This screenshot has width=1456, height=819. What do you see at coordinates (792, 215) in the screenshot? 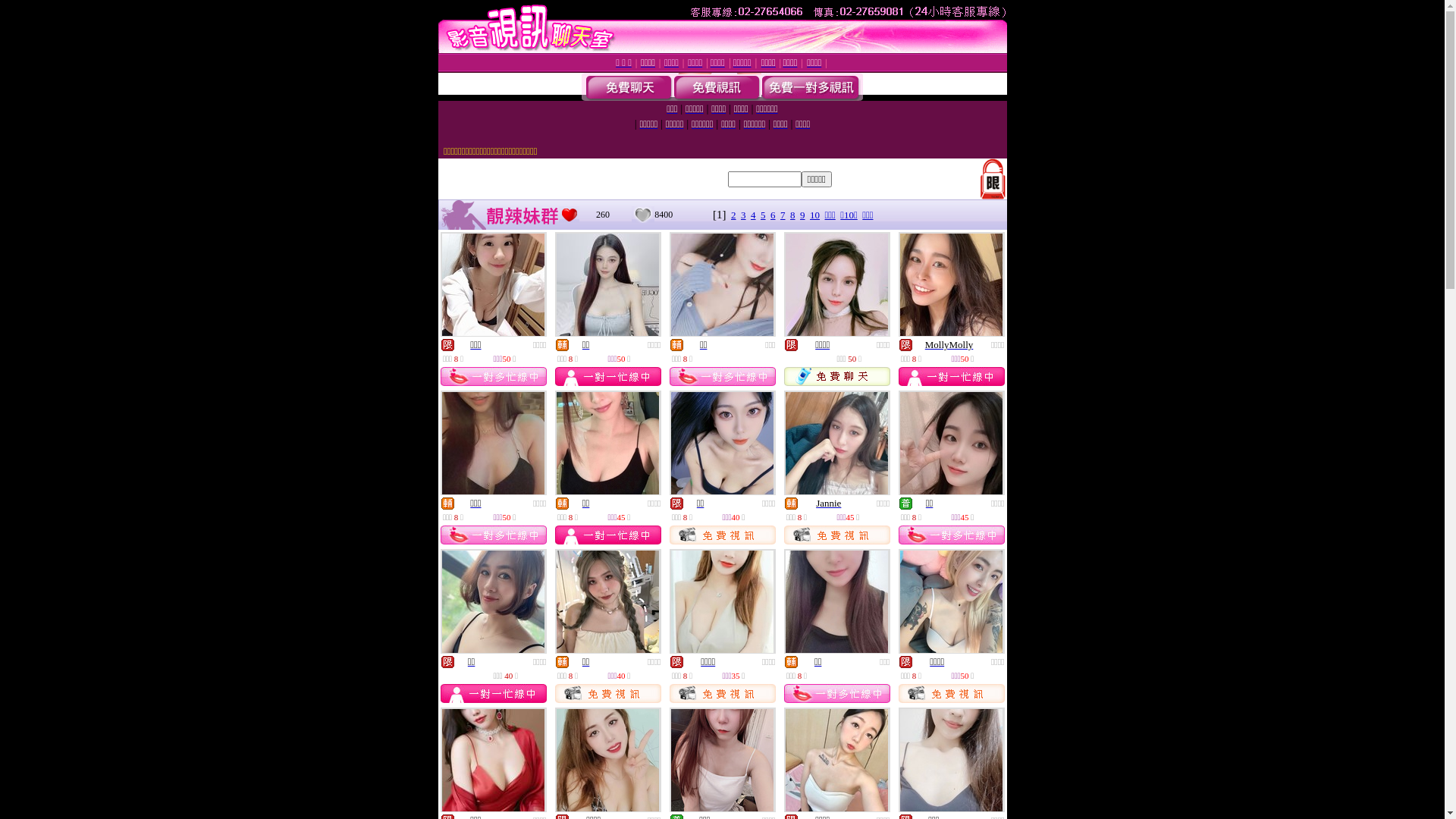
I see `'8'` at bounding box center [792, 215].